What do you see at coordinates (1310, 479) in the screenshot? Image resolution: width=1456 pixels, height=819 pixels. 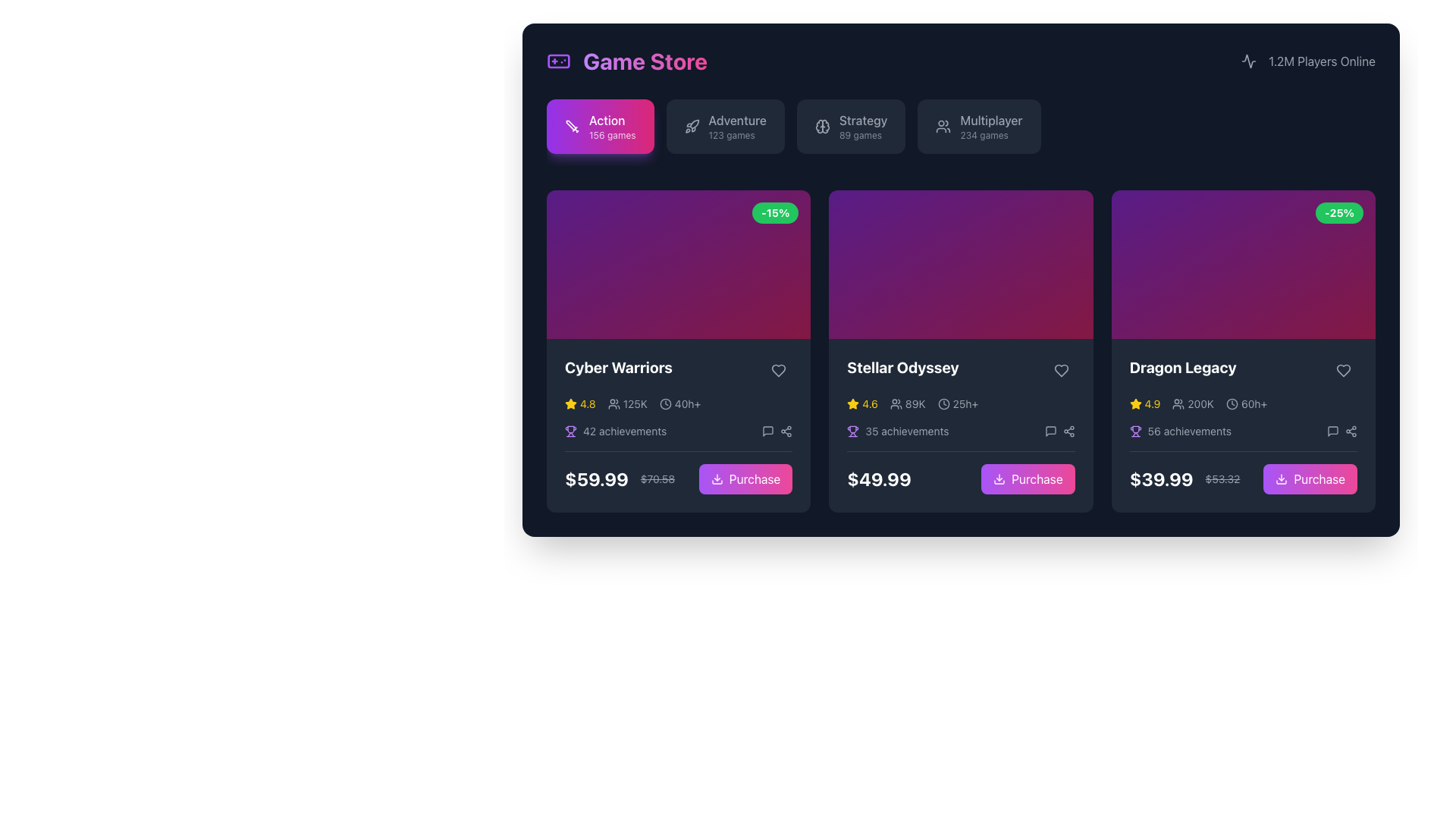 I see `the 'Purchase' button with a gradient background transitioning from purple to pink, located at the bottom-right corner of the 'Dragon Legacy' game card` at bounding box center [1310, 479].